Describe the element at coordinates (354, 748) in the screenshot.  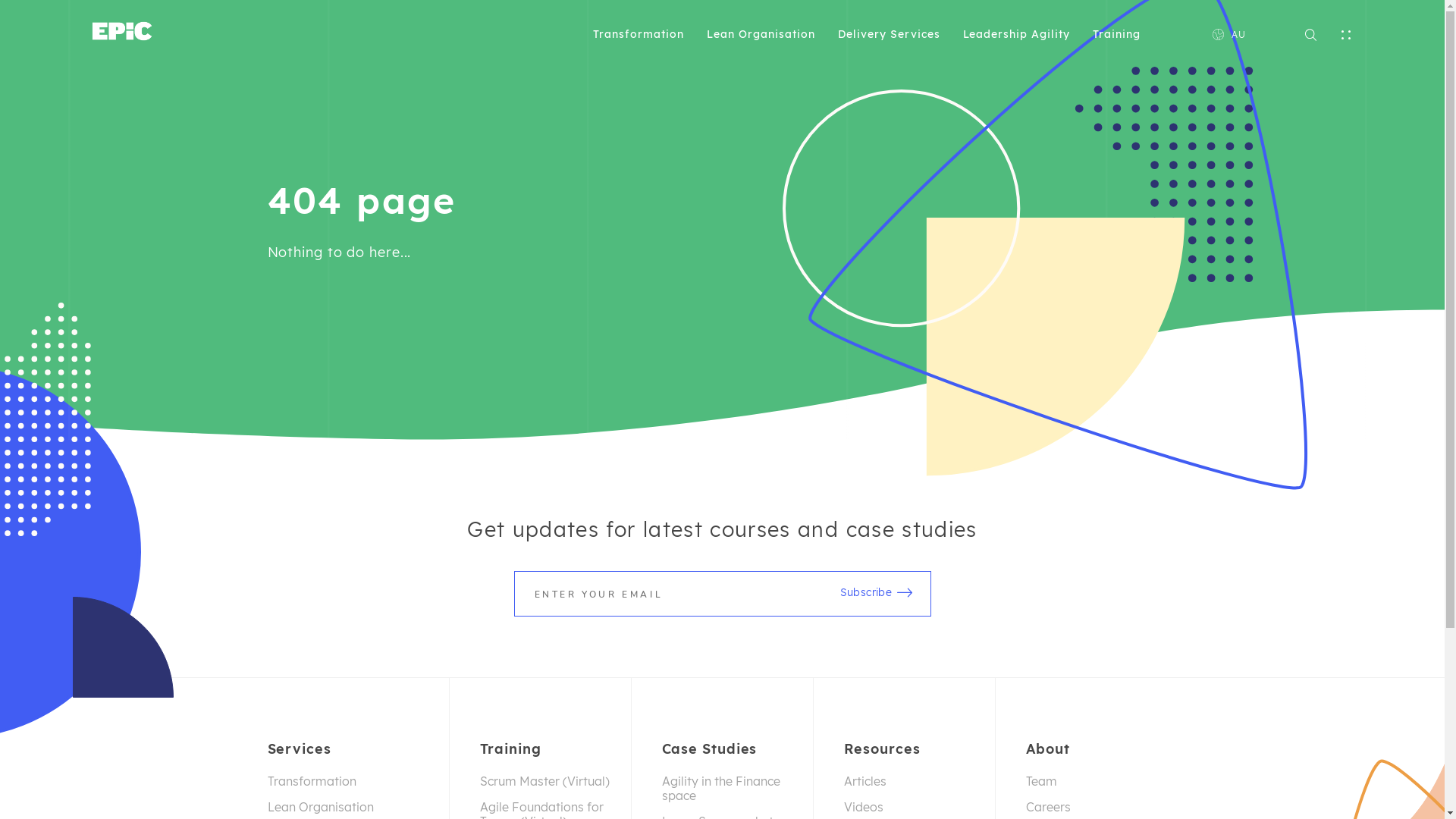
I see `'Services'` at that location.